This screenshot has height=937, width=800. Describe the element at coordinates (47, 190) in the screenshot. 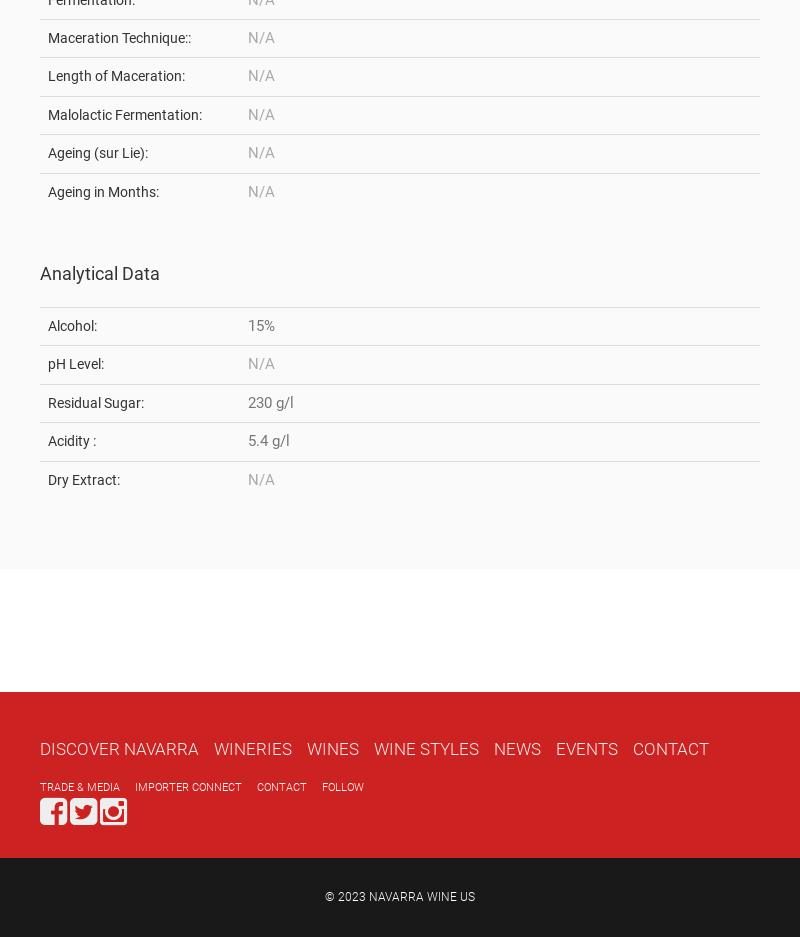

I see `'Ageing in Months:'` at that location.